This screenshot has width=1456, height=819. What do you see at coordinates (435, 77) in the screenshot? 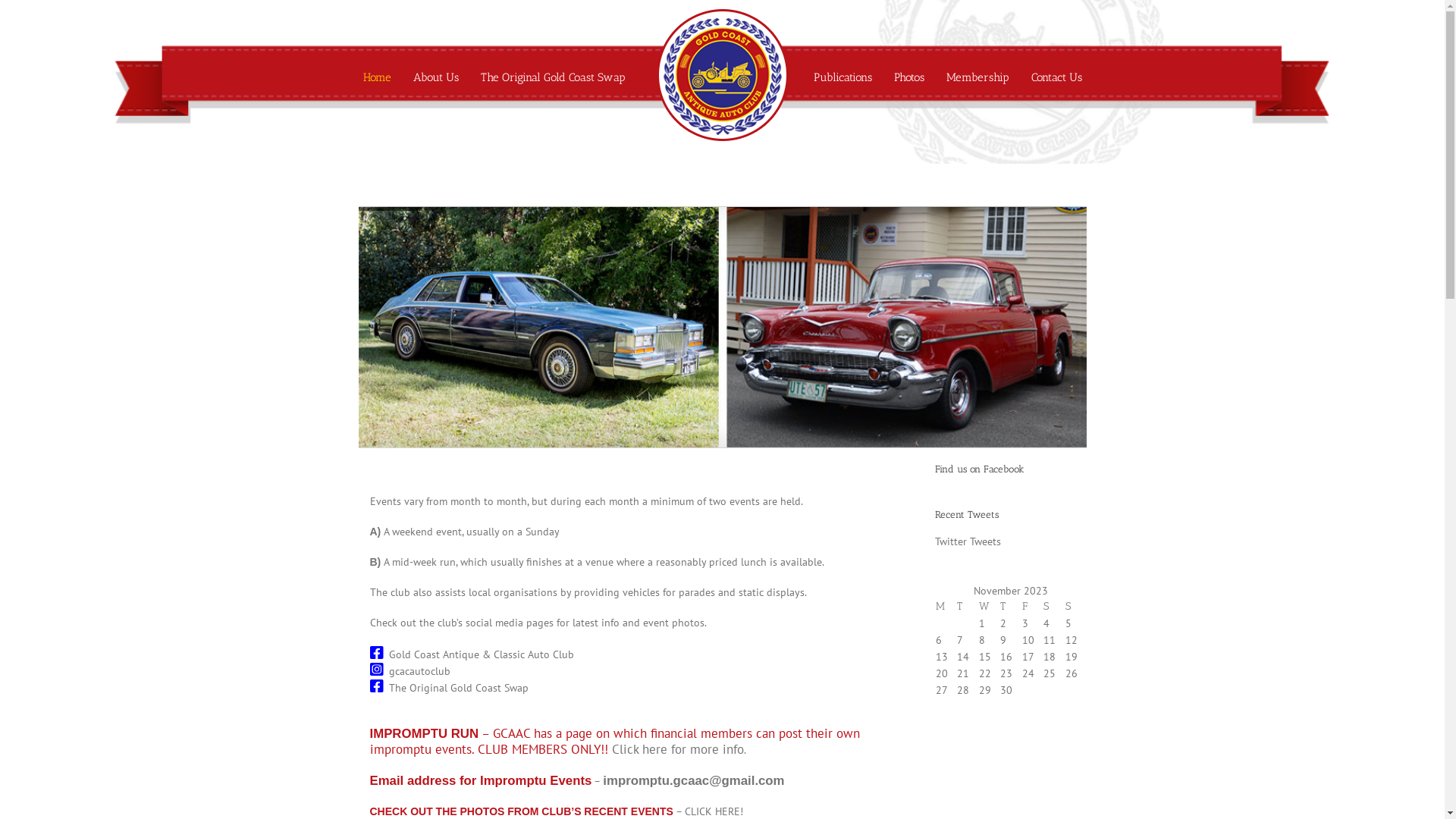
I see `'About Us'` at bounding box center [435, 77].